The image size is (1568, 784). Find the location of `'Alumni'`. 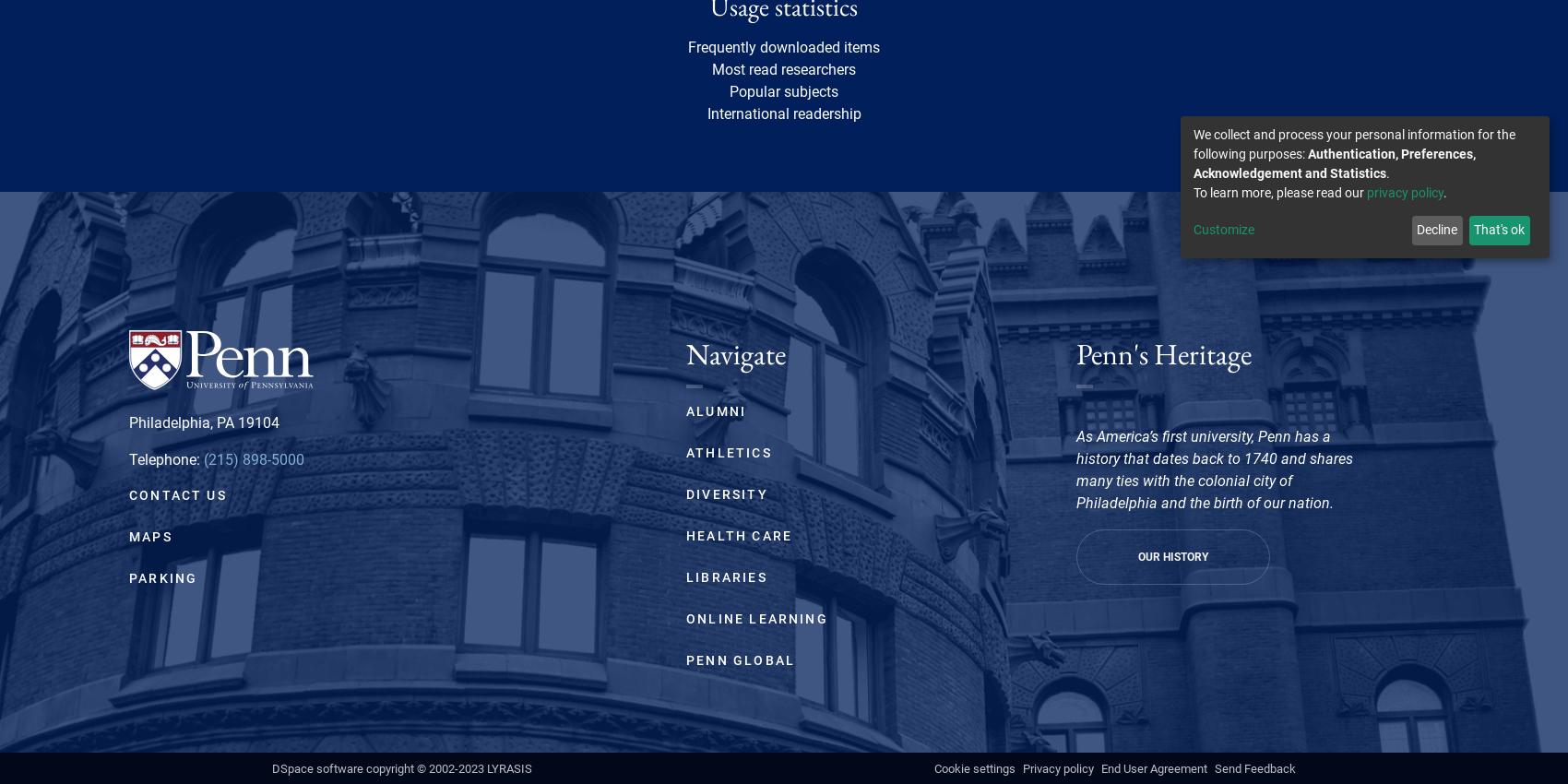

'Alumni' is located at coordinates (715, 409).